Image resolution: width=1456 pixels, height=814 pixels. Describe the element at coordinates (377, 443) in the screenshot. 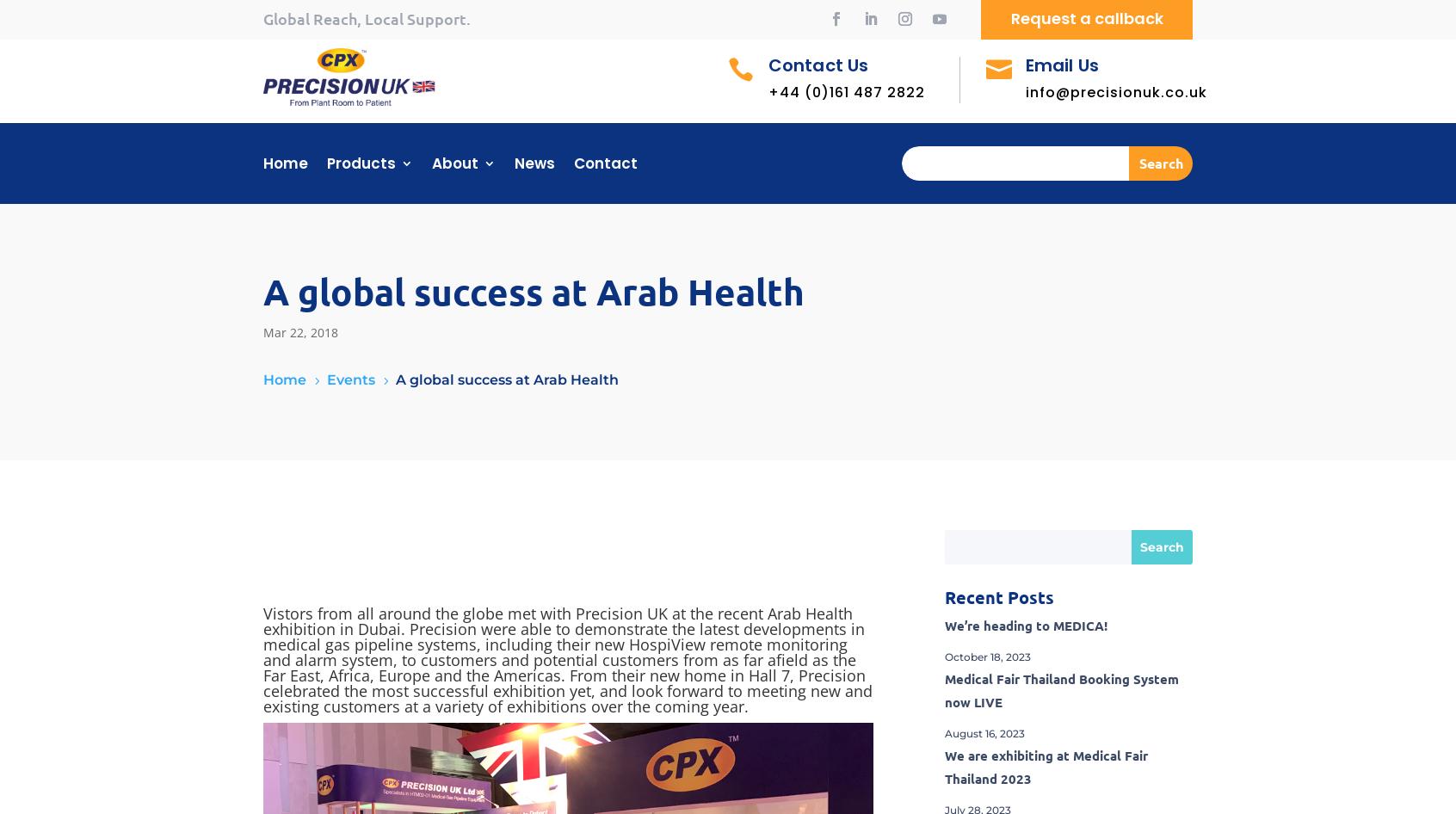

I see `'Generators'` at that location.